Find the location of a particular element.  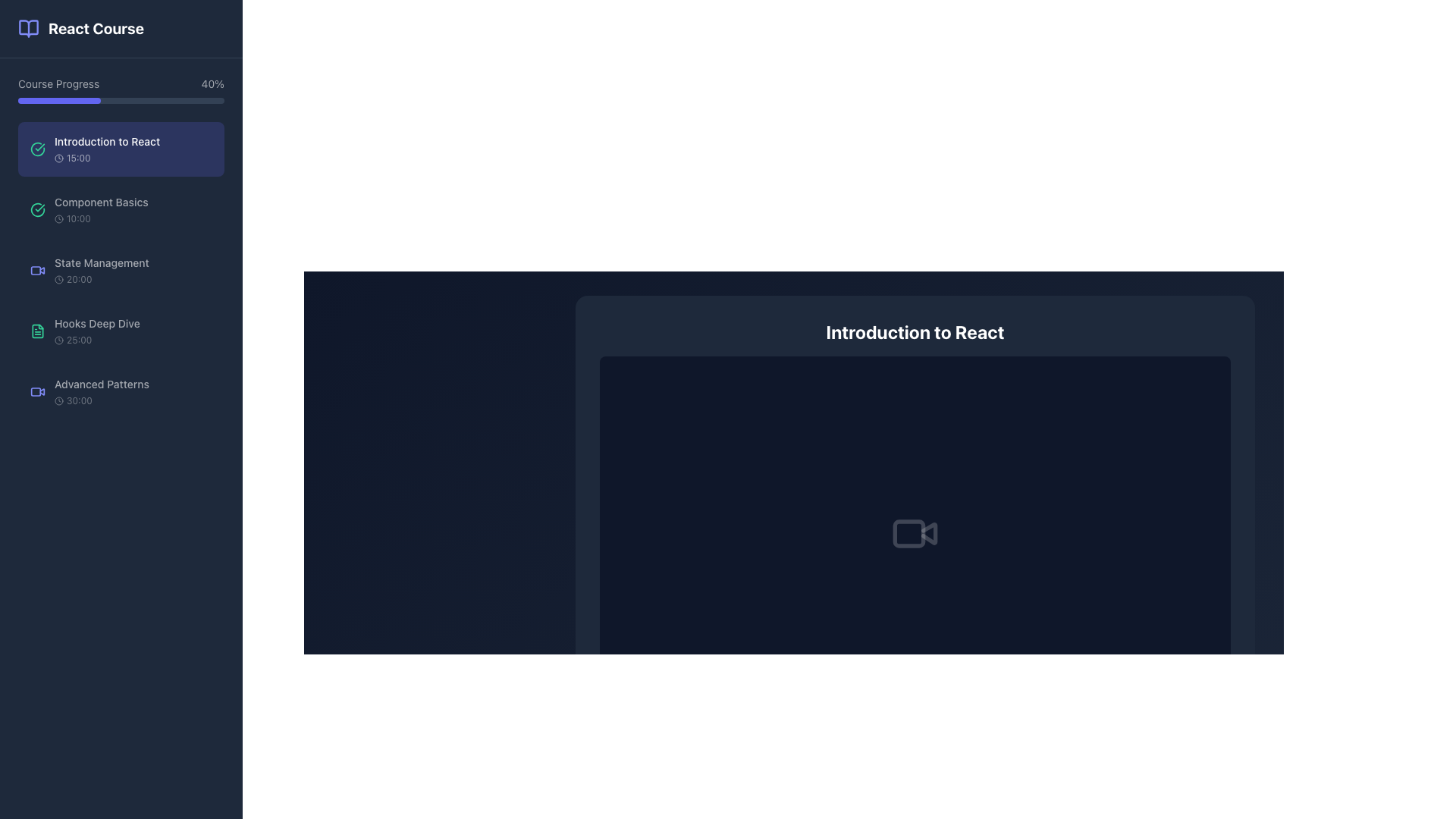

text label that displays the percentage of course completion progress, located to the right of the label 'Course Progress' in the upper section of the interface is located at coordinates (212, 84).